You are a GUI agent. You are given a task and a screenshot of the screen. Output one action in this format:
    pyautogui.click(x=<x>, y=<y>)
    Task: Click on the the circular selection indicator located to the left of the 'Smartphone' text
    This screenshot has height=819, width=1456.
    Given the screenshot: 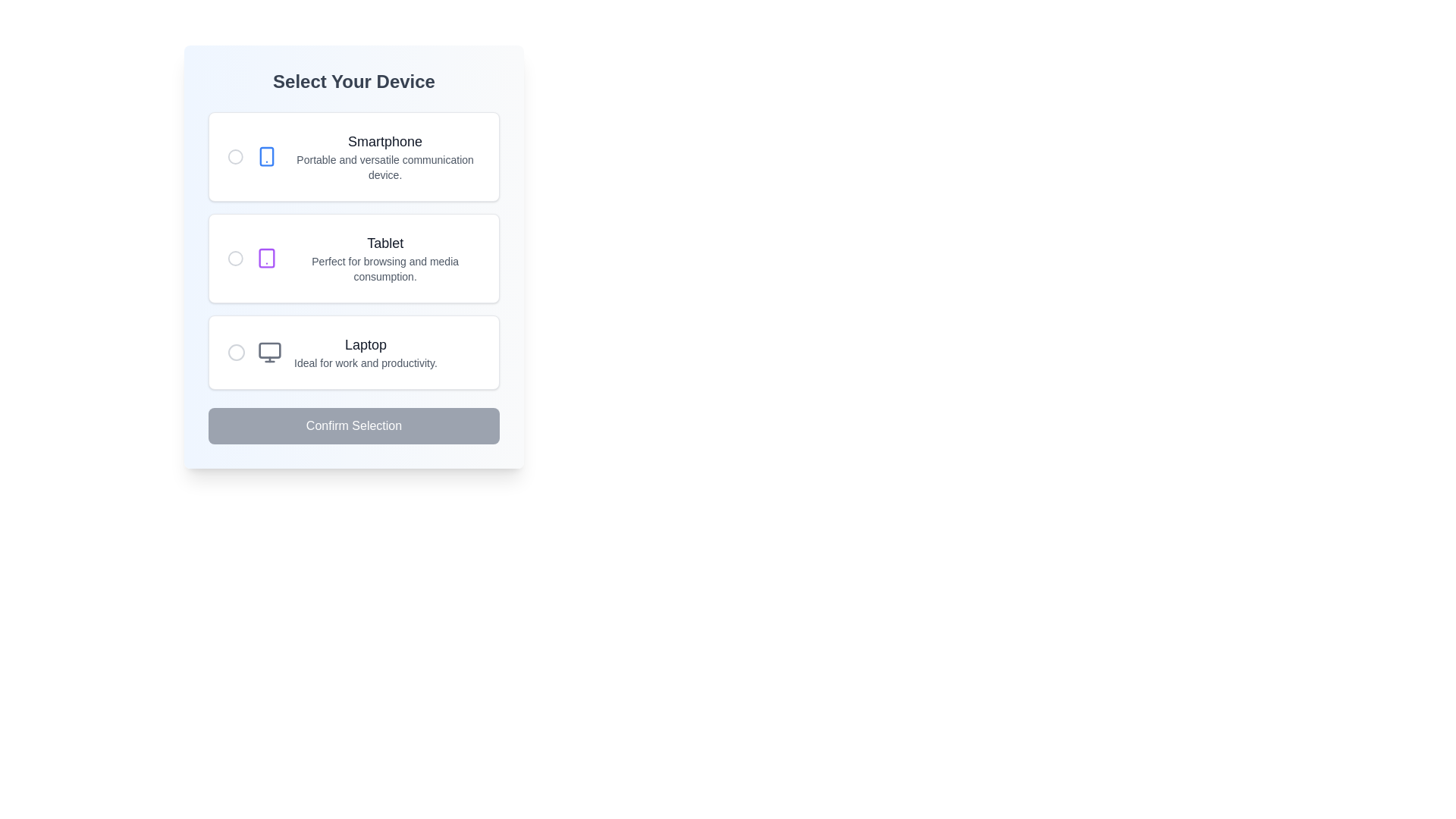 What is the action you would take?
    pyautogui.click(x=234, y=157)
    